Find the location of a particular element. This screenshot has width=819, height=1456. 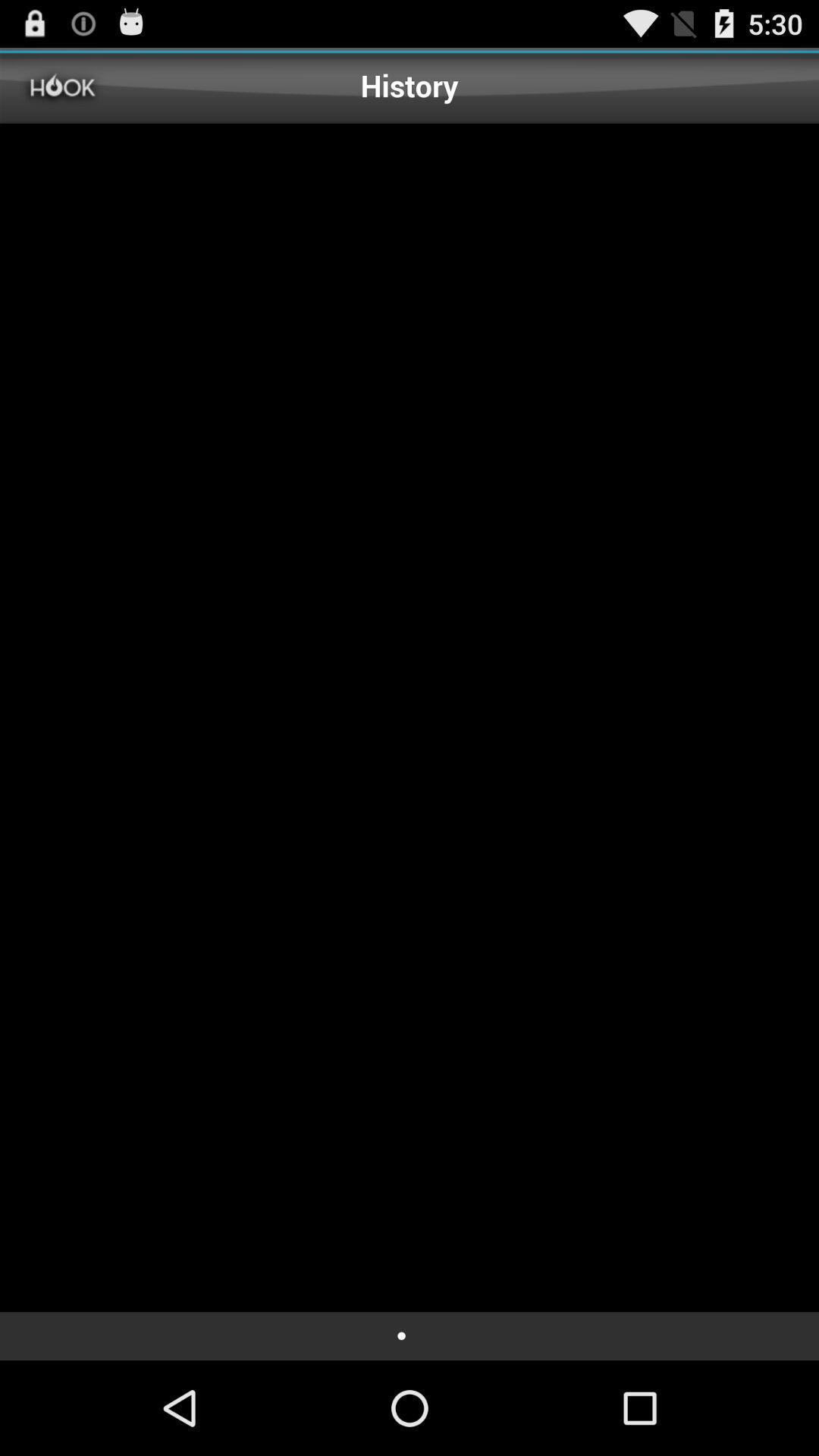

icon at the center is located at coordinates (409, 717).